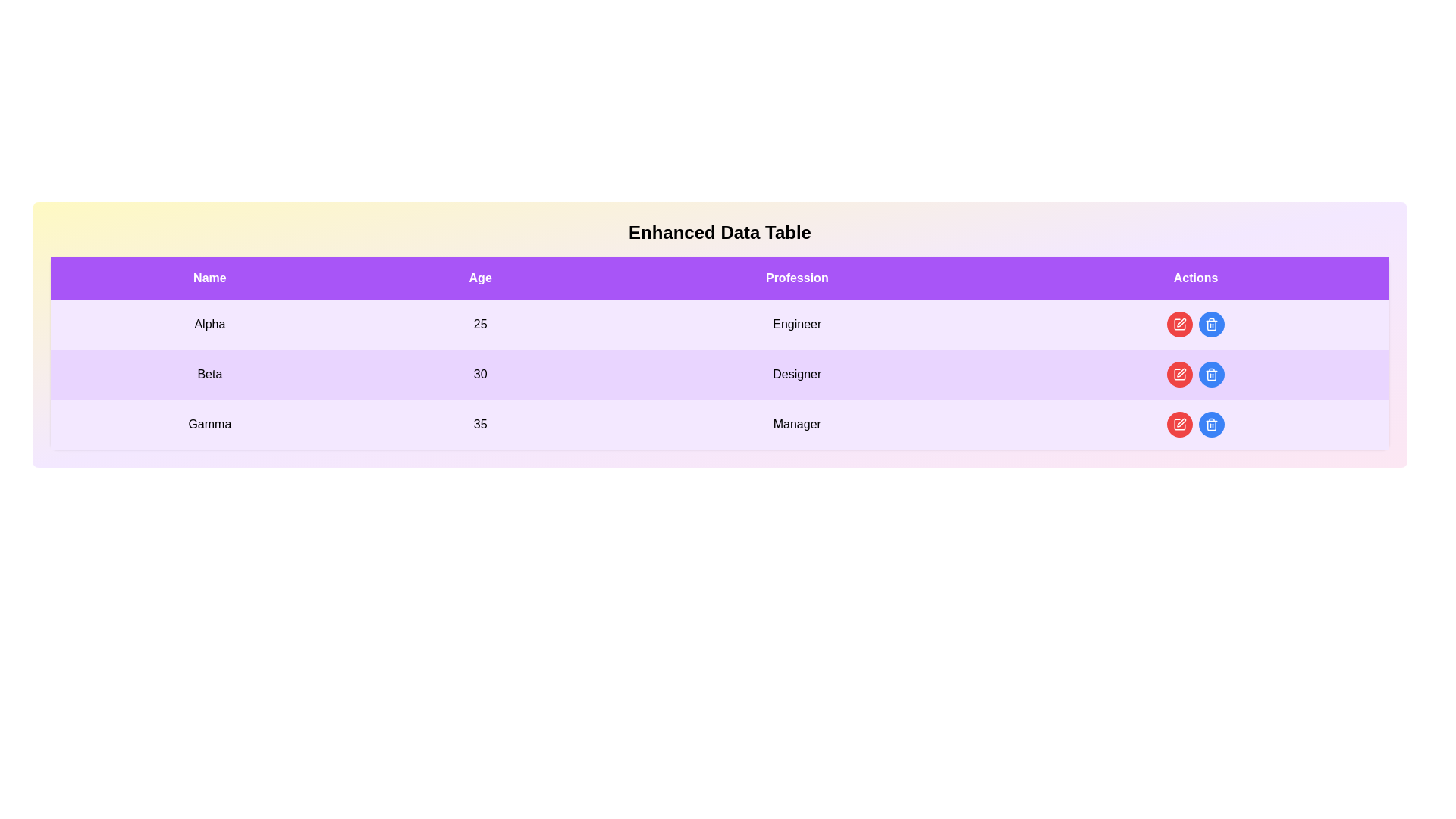  I want to click on the Actions header to sort the table by that column, so click(1195, 278).